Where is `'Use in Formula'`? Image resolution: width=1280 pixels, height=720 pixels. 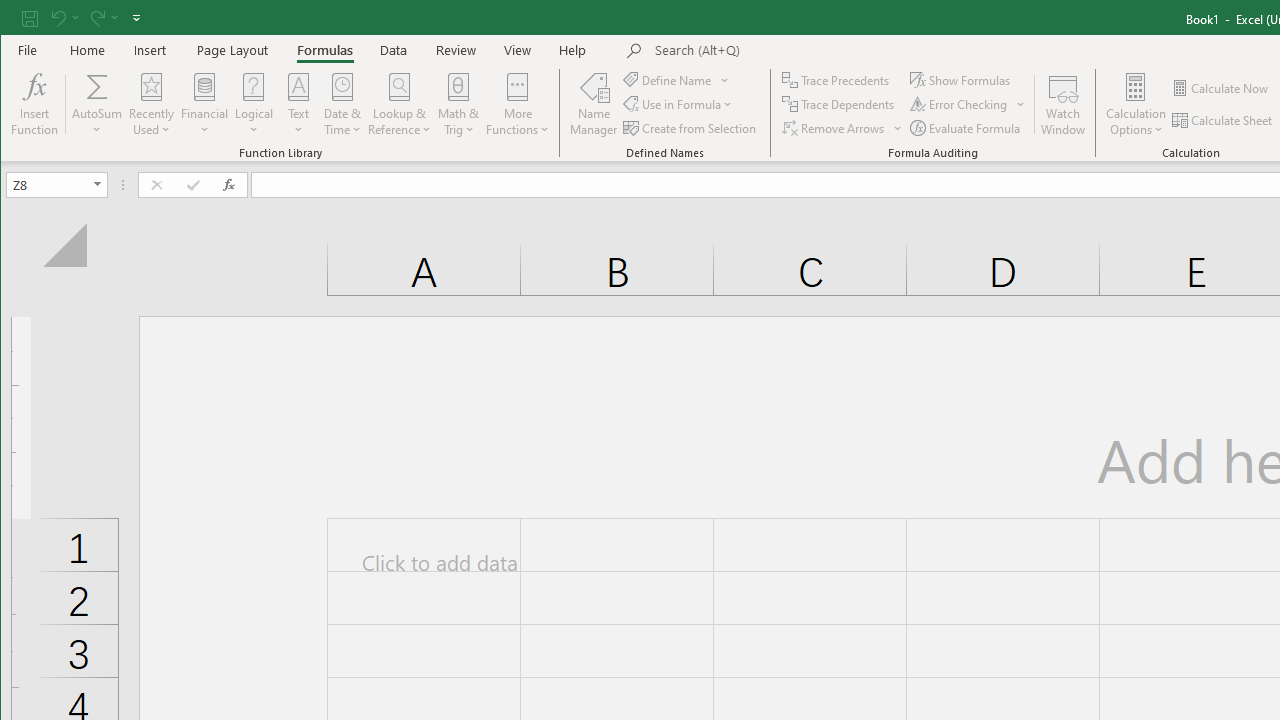
'Use in Formula' is located at coordinates (679, 104).